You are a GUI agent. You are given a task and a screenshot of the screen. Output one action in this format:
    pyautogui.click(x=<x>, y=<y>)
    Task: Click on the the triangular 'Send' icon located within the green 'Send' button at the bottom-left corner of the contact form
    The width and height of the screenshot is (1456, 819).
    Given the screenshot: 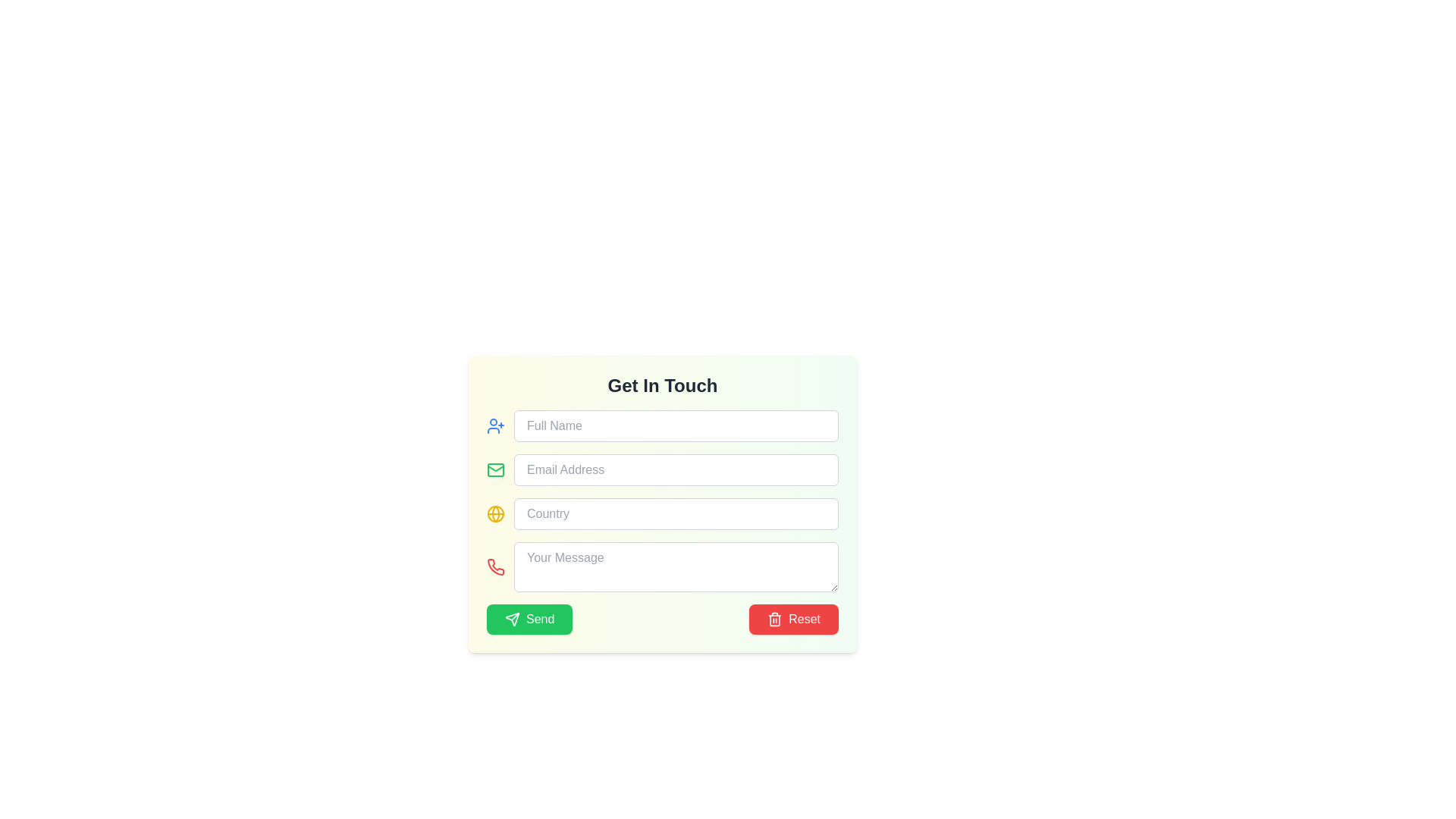 What is the action you would take?
    pyautogui.click(x=513, y=620)
    